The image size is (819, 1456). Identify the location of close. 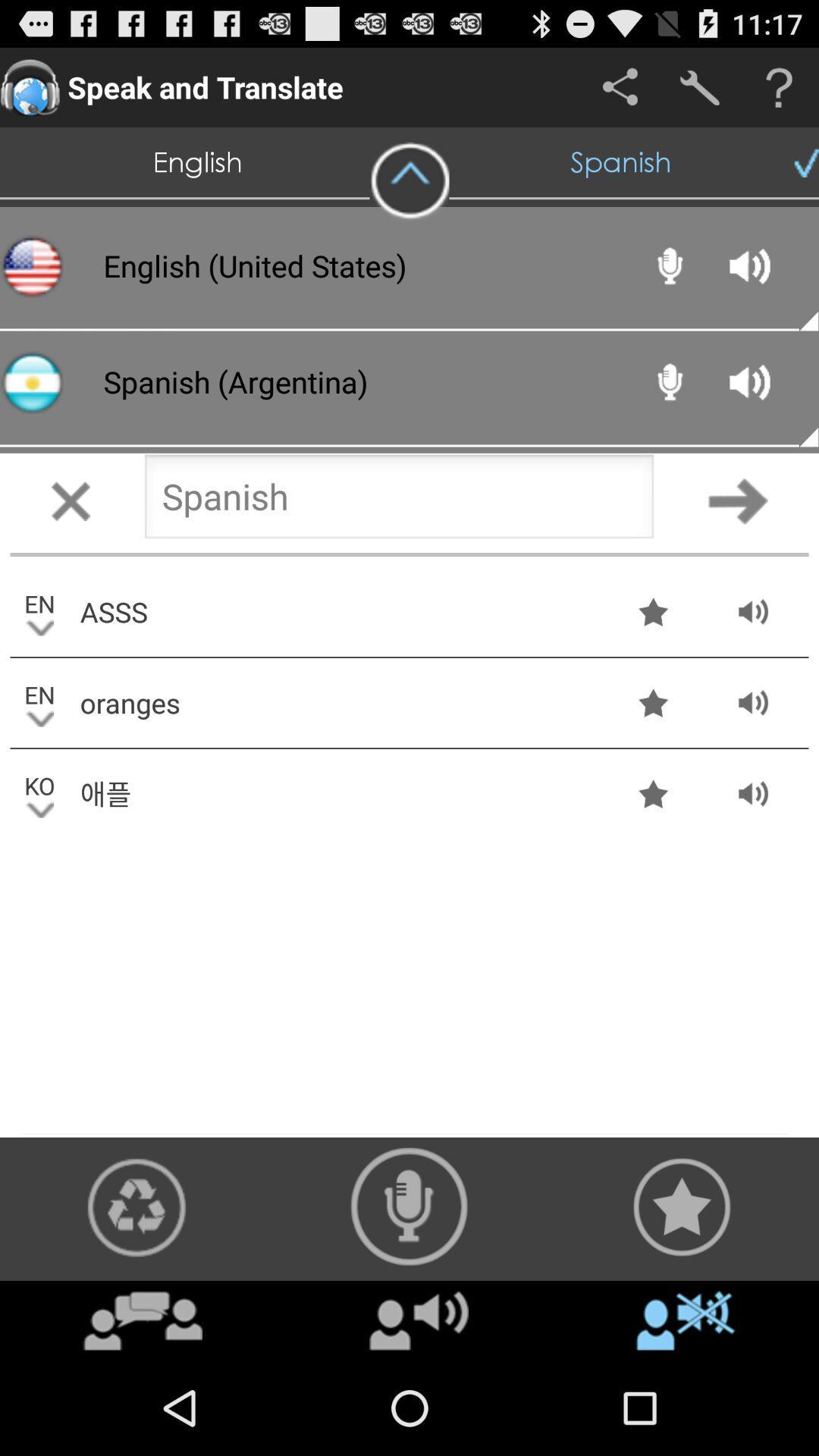
(70, 500).